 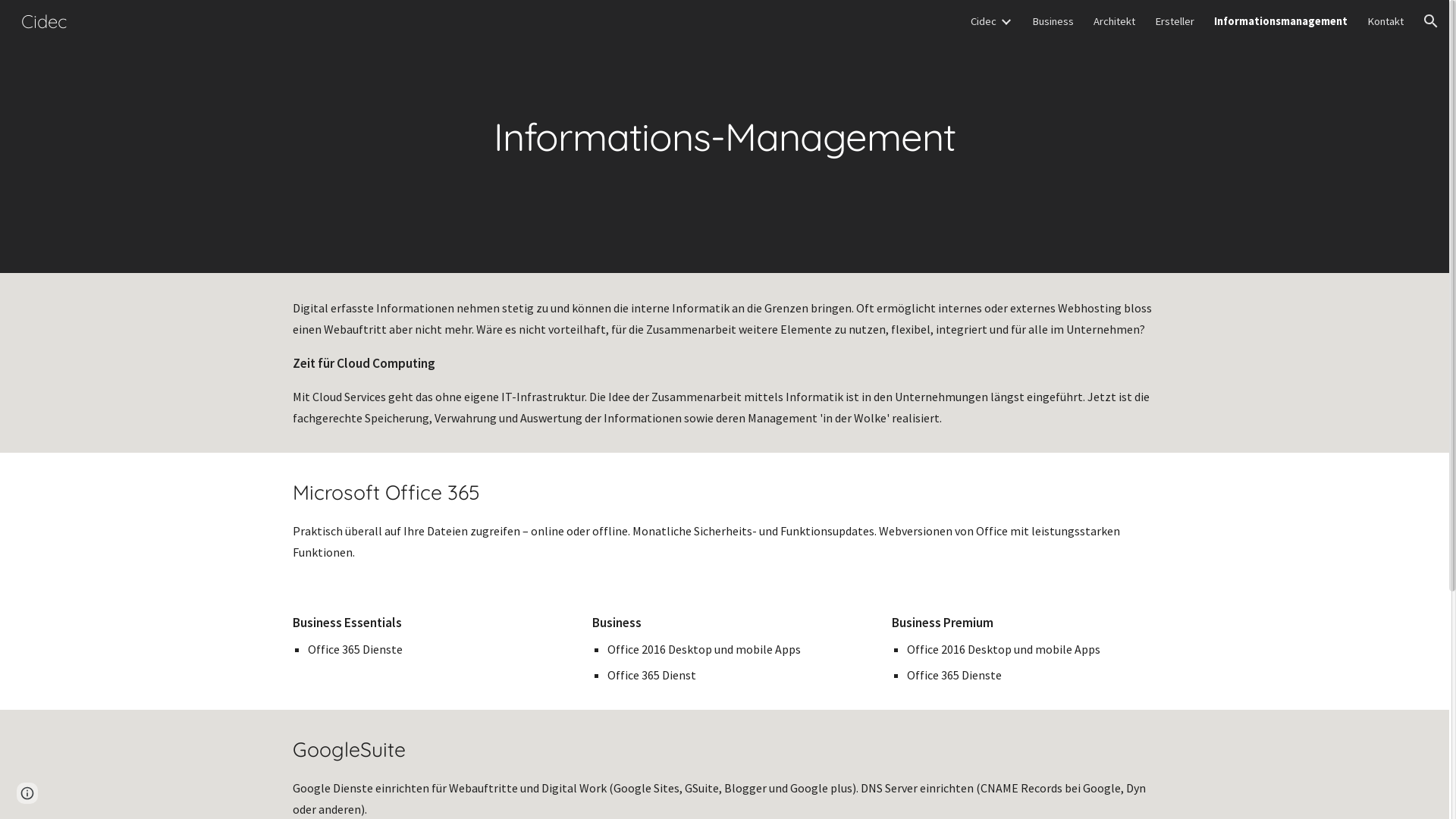 What do you see at coordinates (983, 20) in the screenshot?
I see `'Cidec'` at bounding box center [983, 20].